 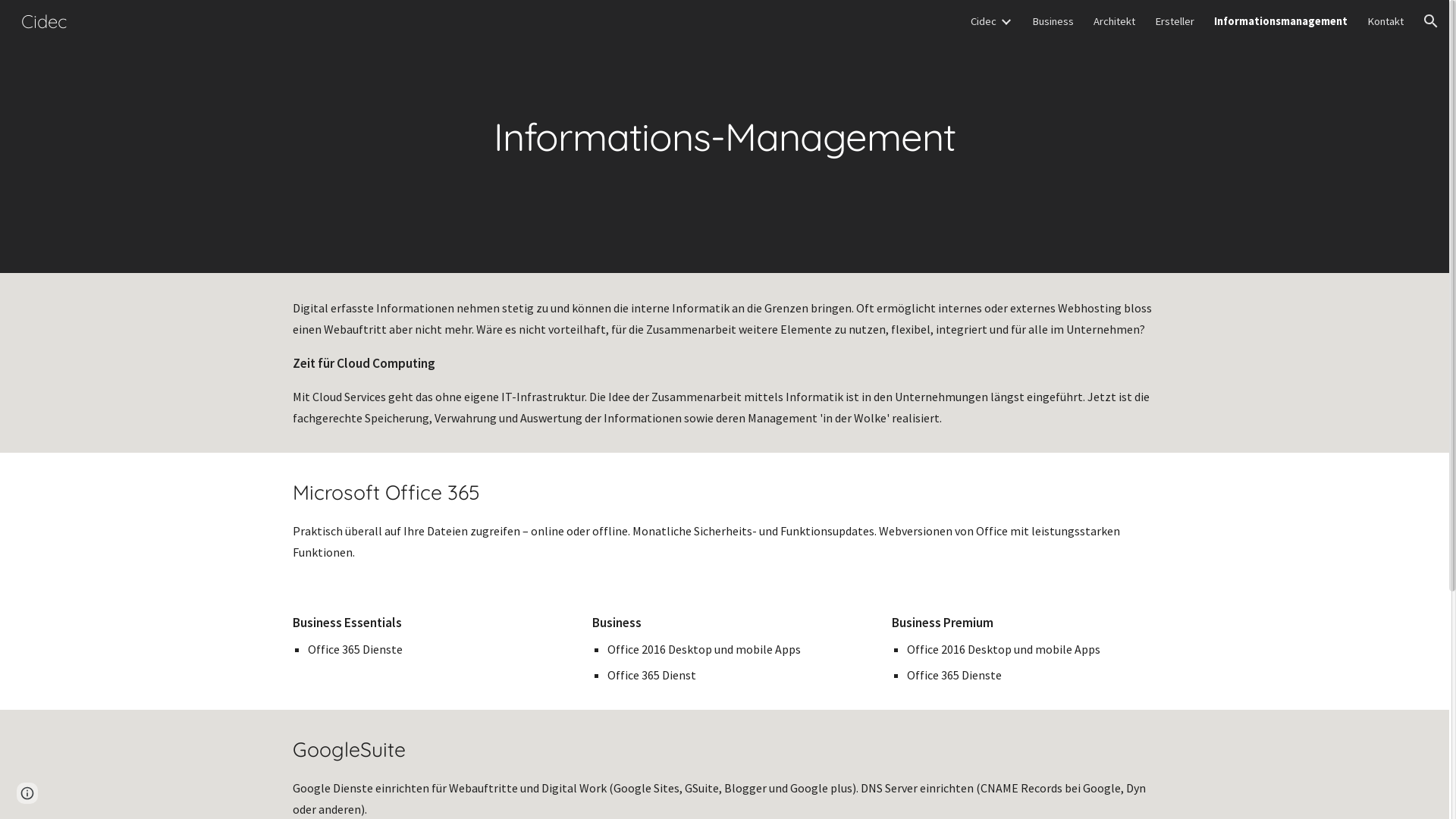 What do you see at coordinates (983, 20) in the screenshot?
I see `'Cidec'` at bounding box center [983, 20].